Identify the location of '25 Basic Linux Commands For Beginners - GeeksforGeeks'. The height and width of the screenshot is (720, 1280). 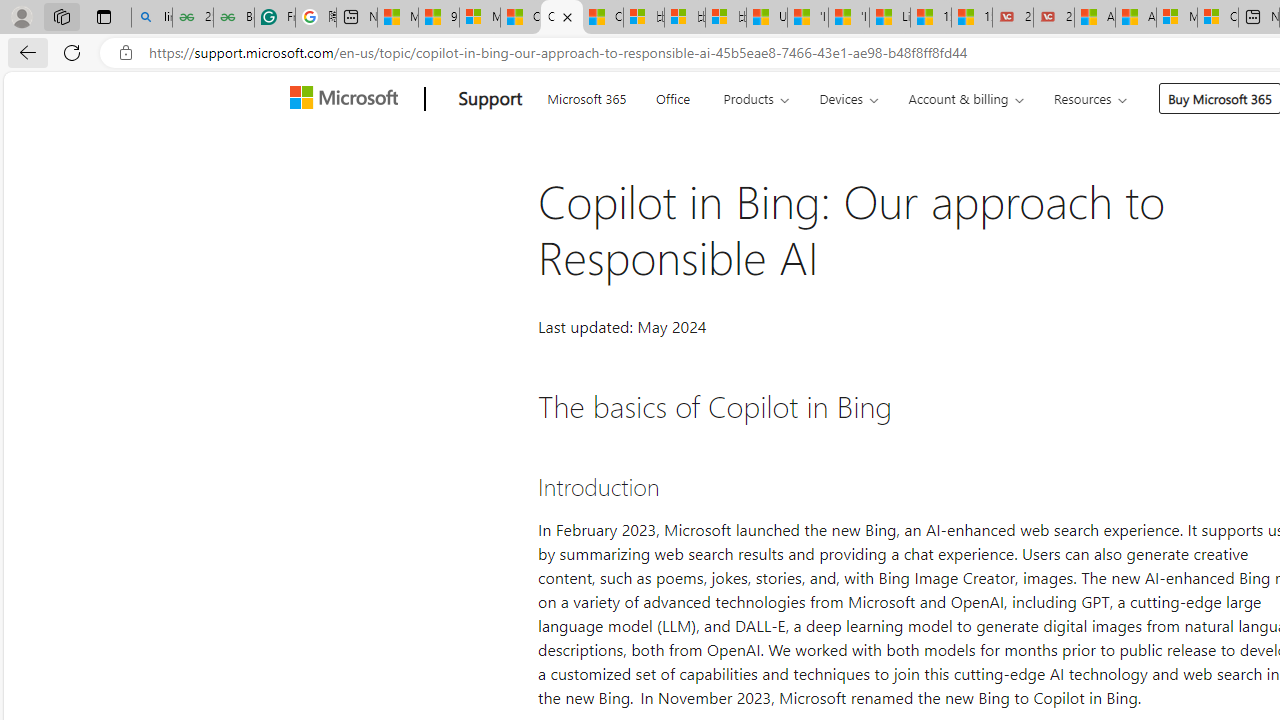
(192, 17).